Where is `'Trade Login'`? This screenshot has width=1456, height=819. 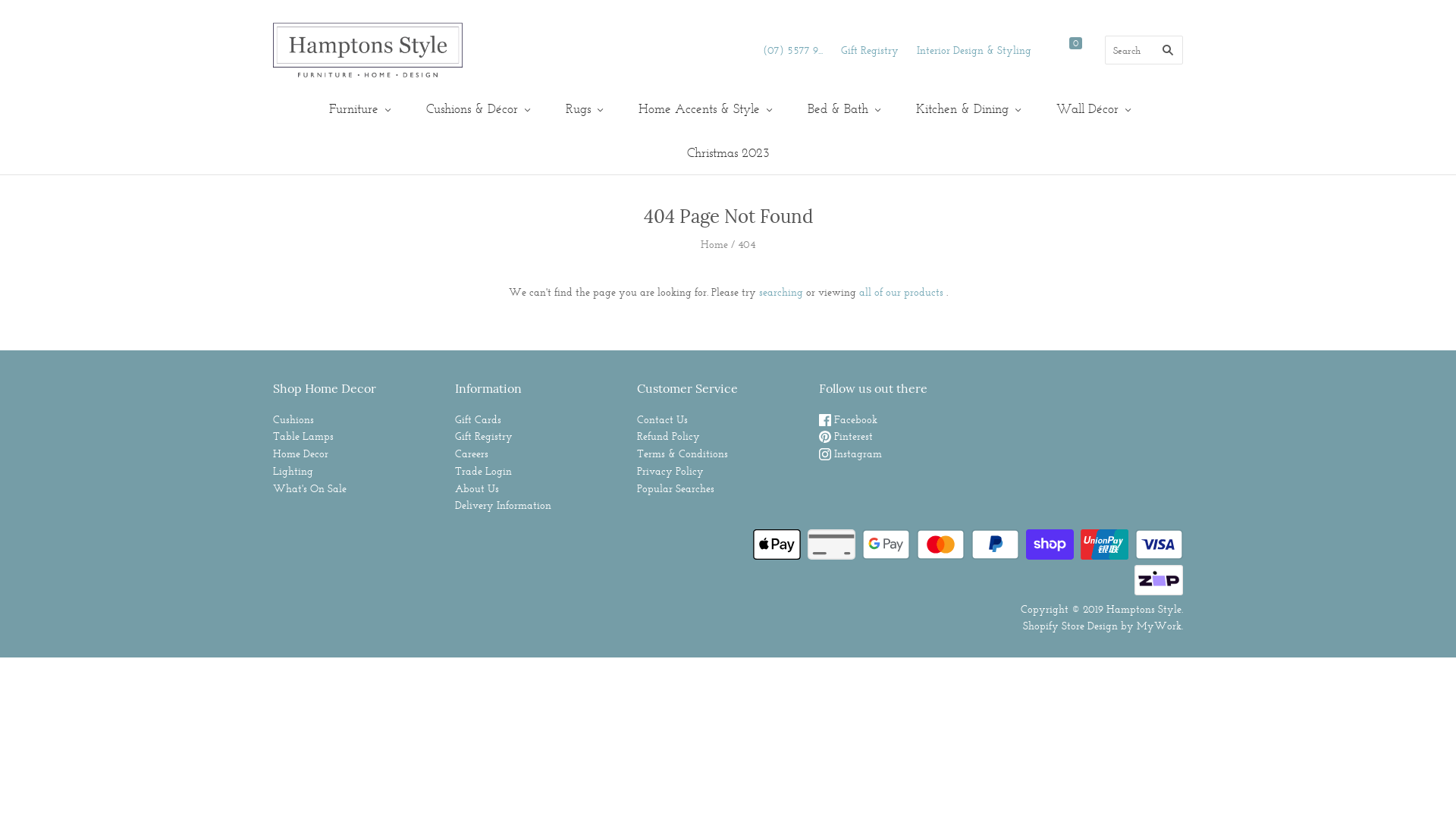 'Trade Login' is located at coordinates (482, 470).